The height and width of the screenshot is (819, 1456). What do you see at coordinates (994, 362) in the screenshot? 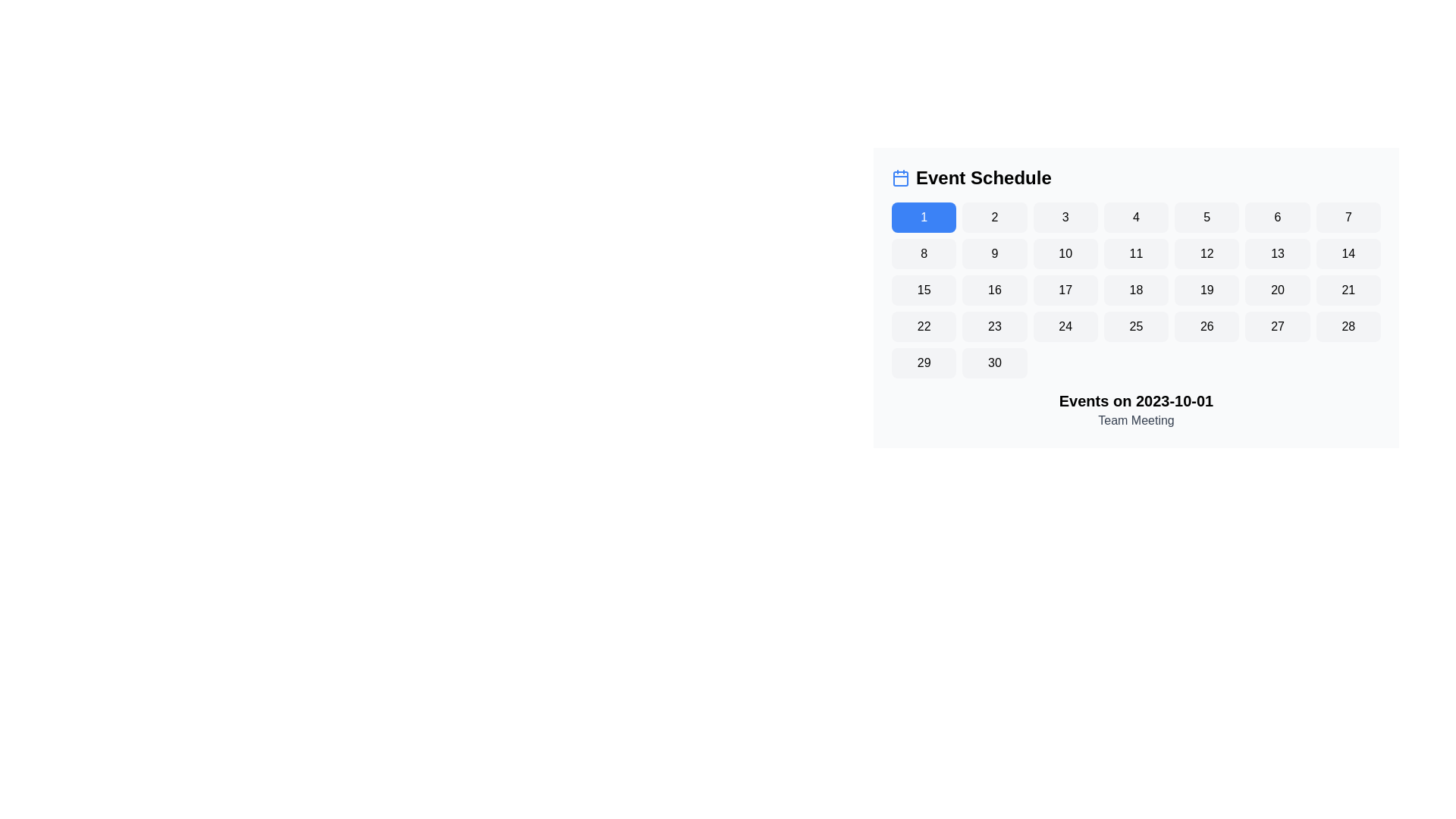
I see `the rectangular button with a light gray background and the text '30' in black, located` at bounding box center [994, 362].